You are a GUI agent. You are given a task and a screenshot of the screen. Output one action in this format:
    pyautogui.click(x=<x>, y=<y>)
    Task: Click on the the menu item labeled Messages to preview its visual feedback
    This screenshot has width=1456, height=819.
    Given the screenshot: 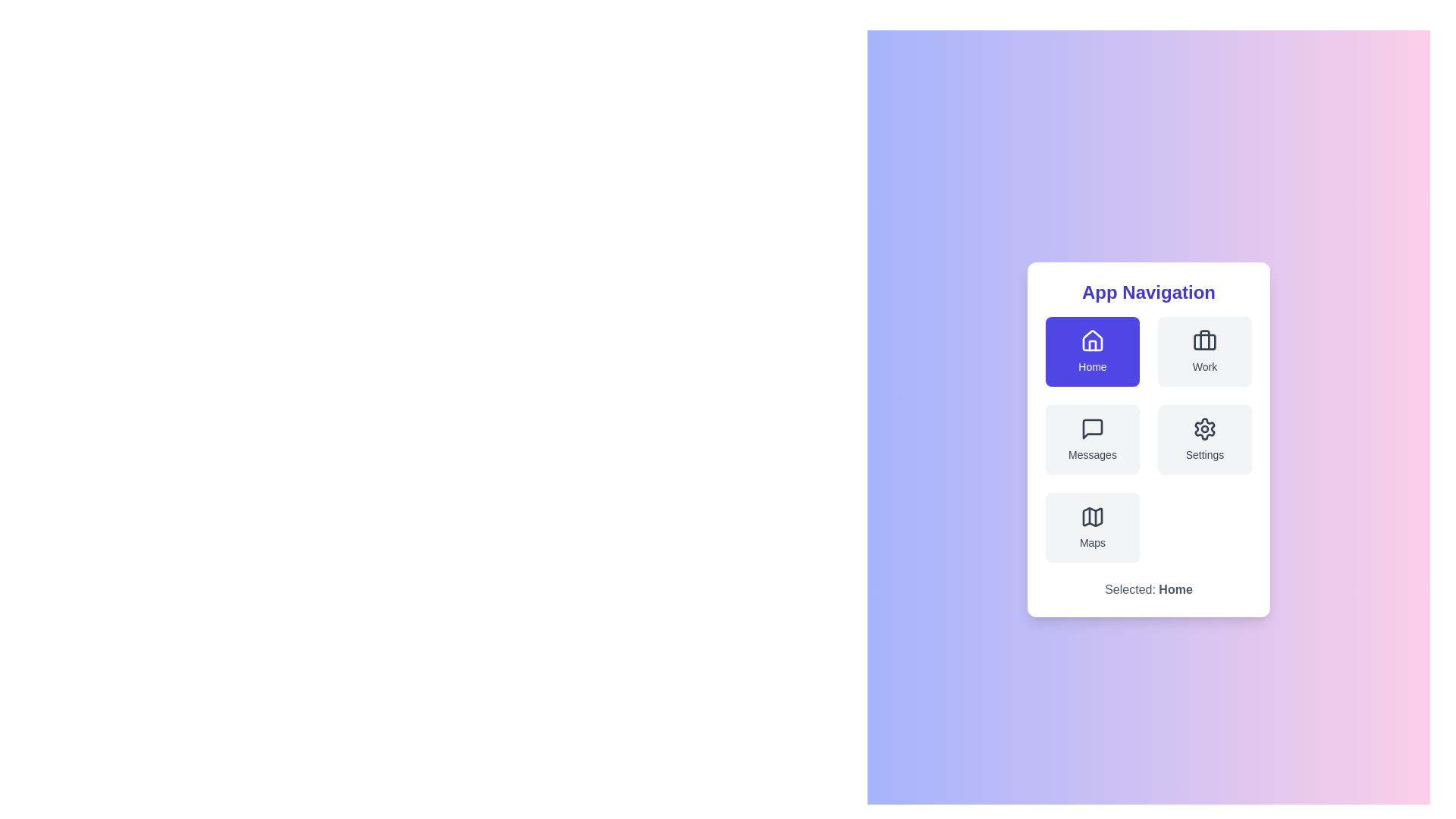 What is the action you would take?
    pyautogui.click(x=1092, y=439)
    